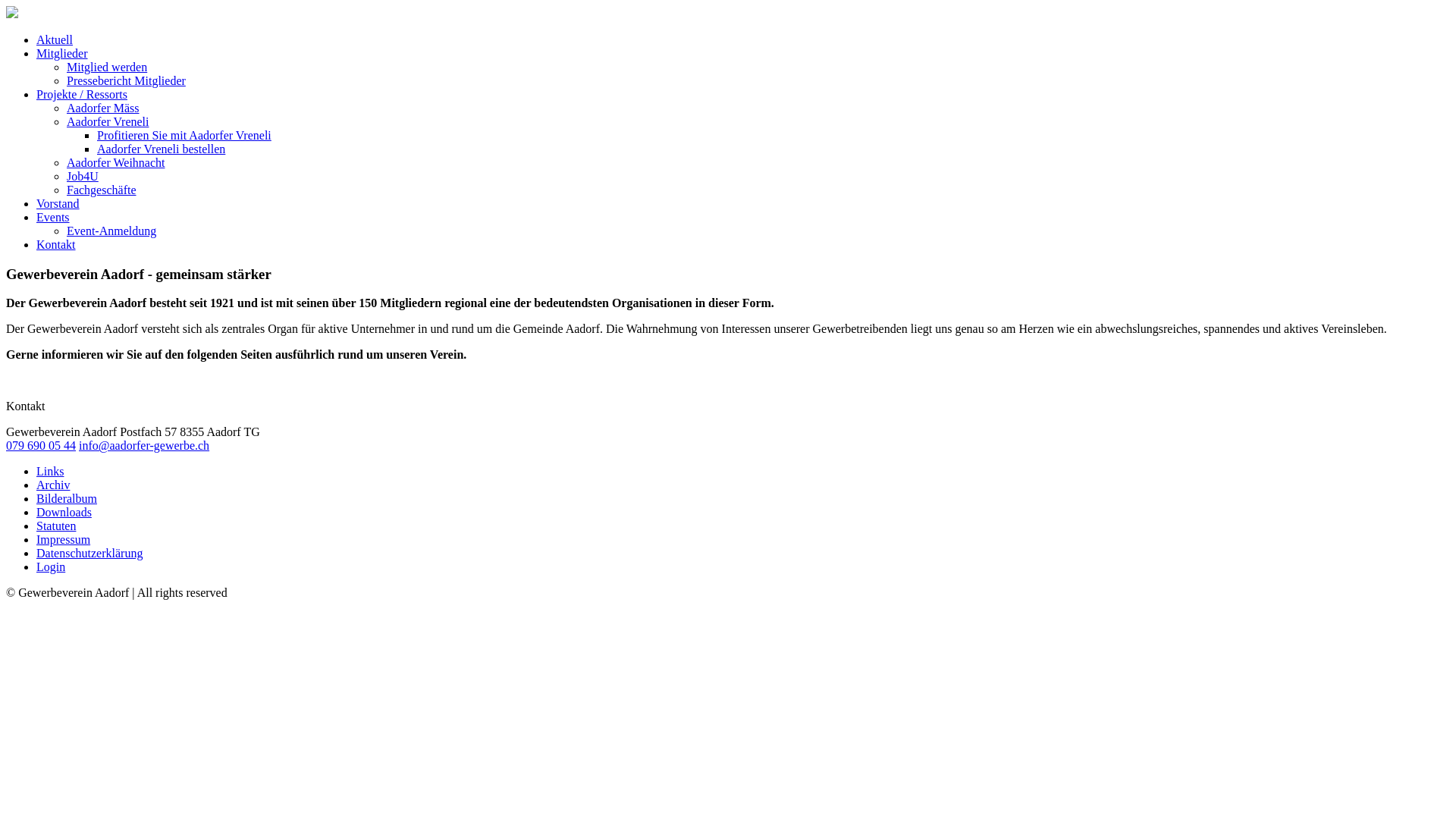 This screenshot has height=819, width=1456. What do you see at coordinates (55, 39) in the screenshot?
I see `'Aktuell'` at bounding box center [55, 39].